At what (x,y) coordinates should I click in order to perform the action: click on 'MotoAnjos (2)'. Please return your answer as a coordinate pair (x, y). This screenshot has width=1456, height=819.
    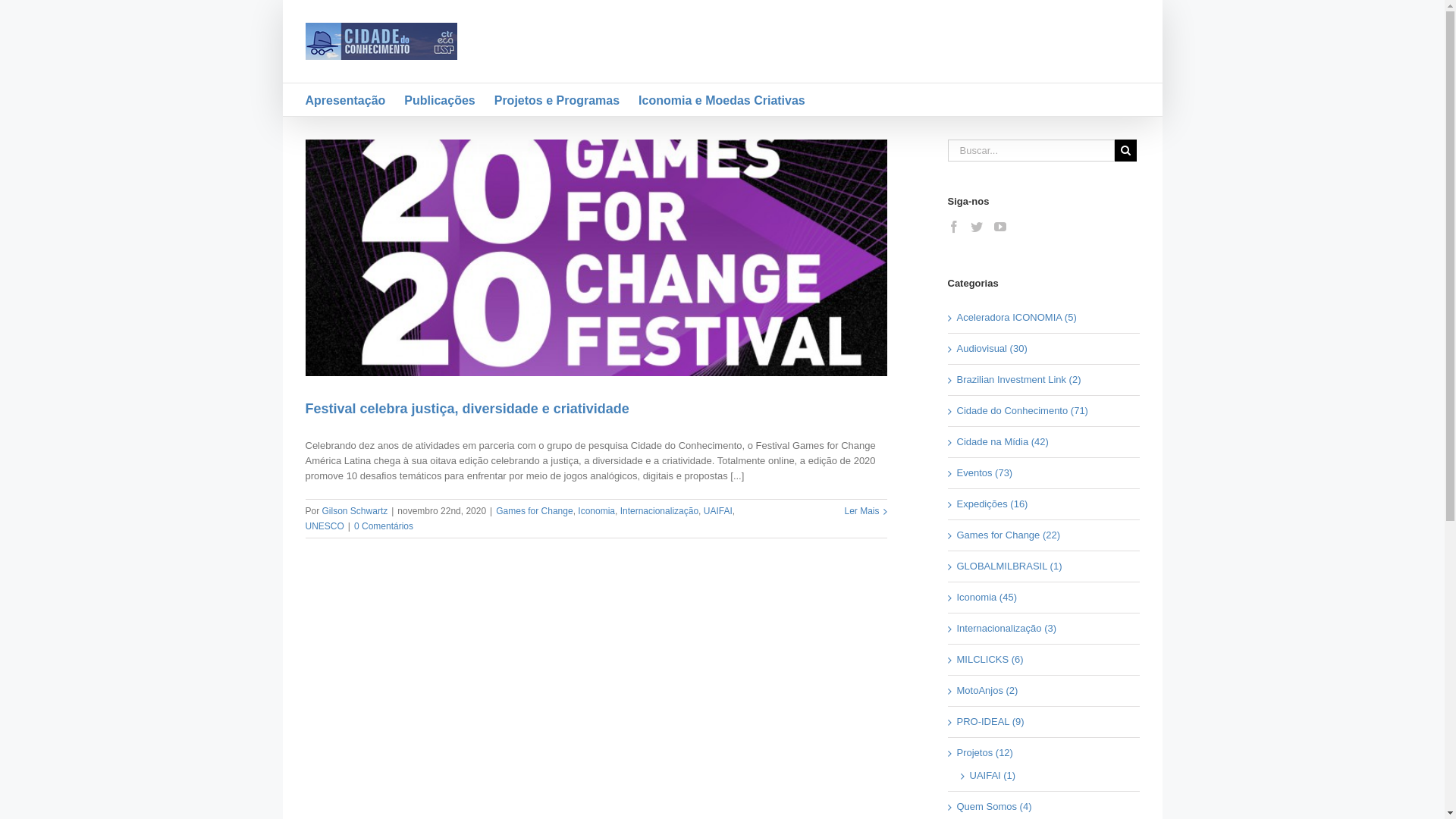
    Looking at the image, I should click on (1043, 690).